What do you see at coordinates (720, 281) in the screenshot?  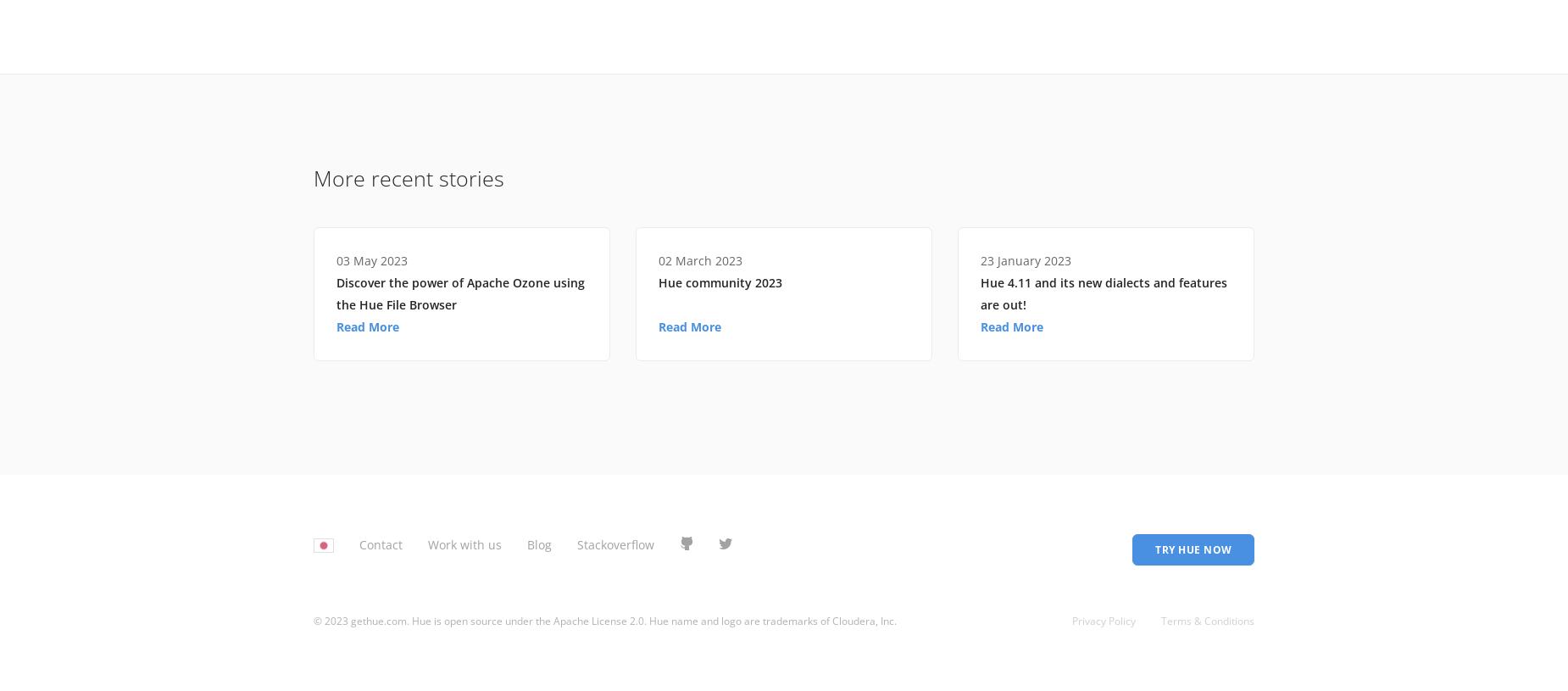 I see `'Hue community 2023'` at bounding box center [720, 281].